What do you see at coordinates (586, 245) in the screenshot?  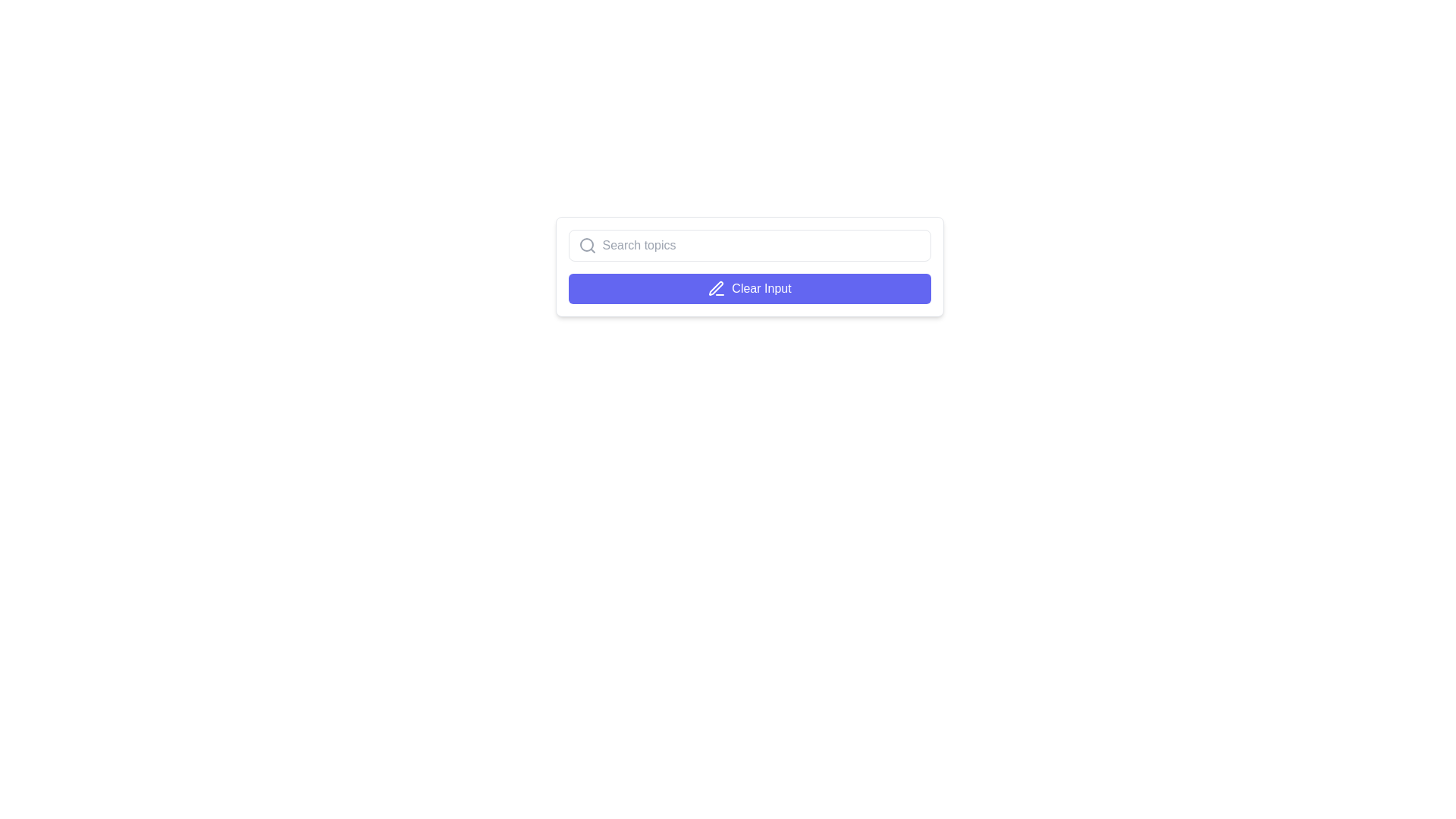 I see `the search icon, which is a gray magnifying glass with a circular lens and a diagonal handle, located at the leftmost side of the search input field` at bounding box center [586, 245].